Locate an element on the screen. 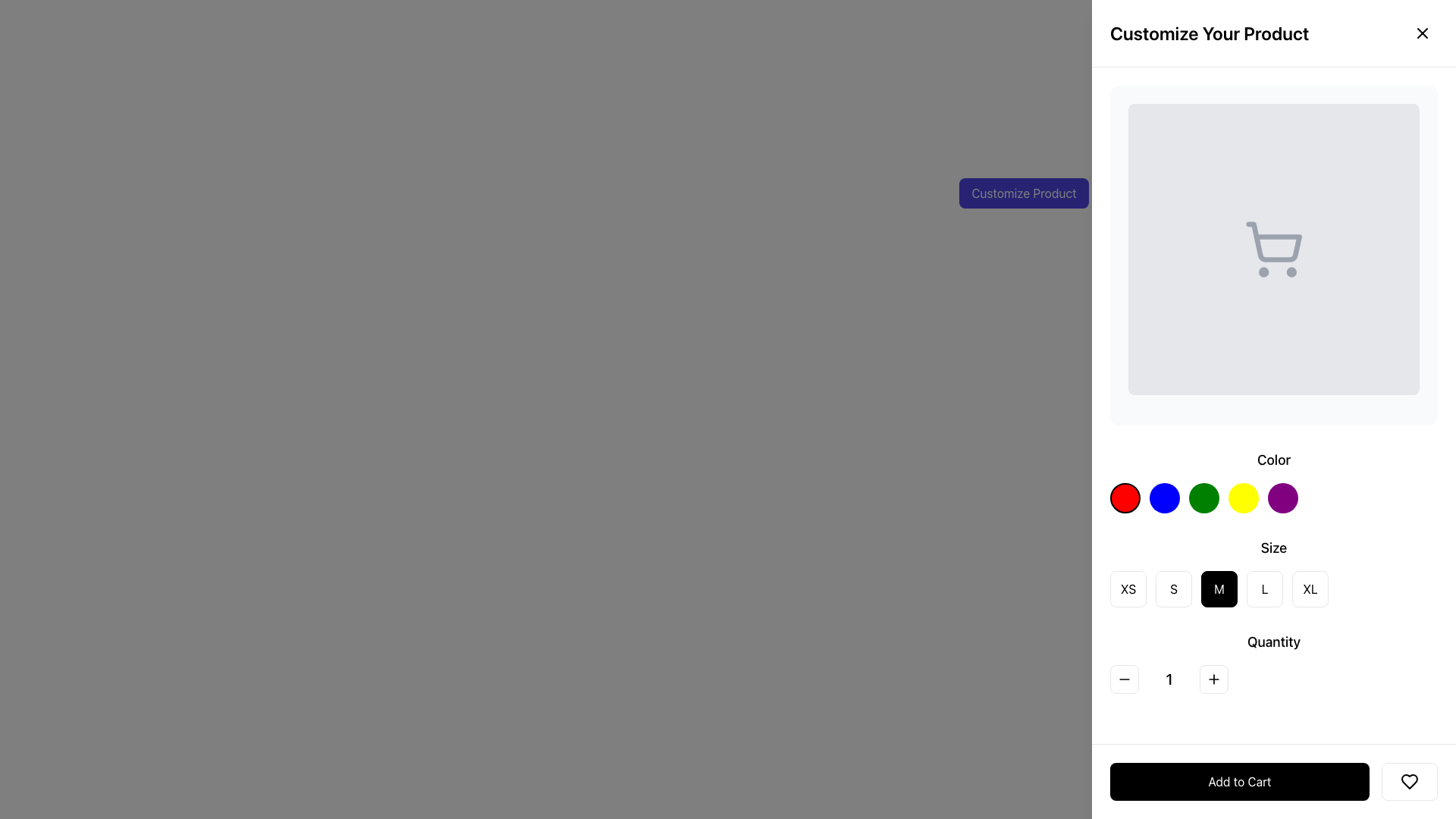 This screenshot has height=819, width=1456. the section label indicating size selection options for the product, which is positioned at the top of the size selection buttons in the product customization sidebar is located at coordinates (1274, 548).